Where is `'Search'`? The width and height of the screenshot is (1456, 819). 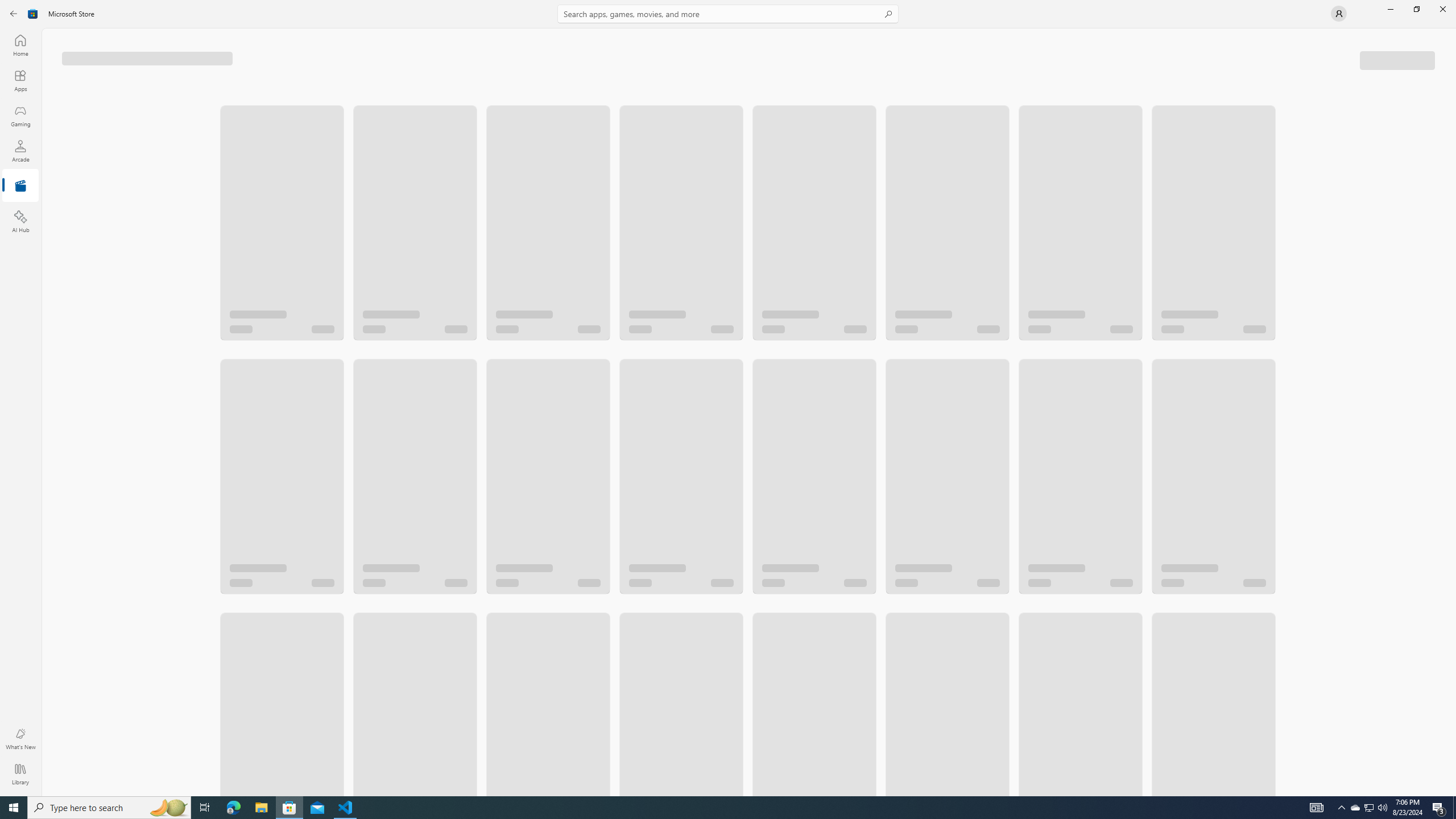 'Search' is located at coordinates (728, 13).